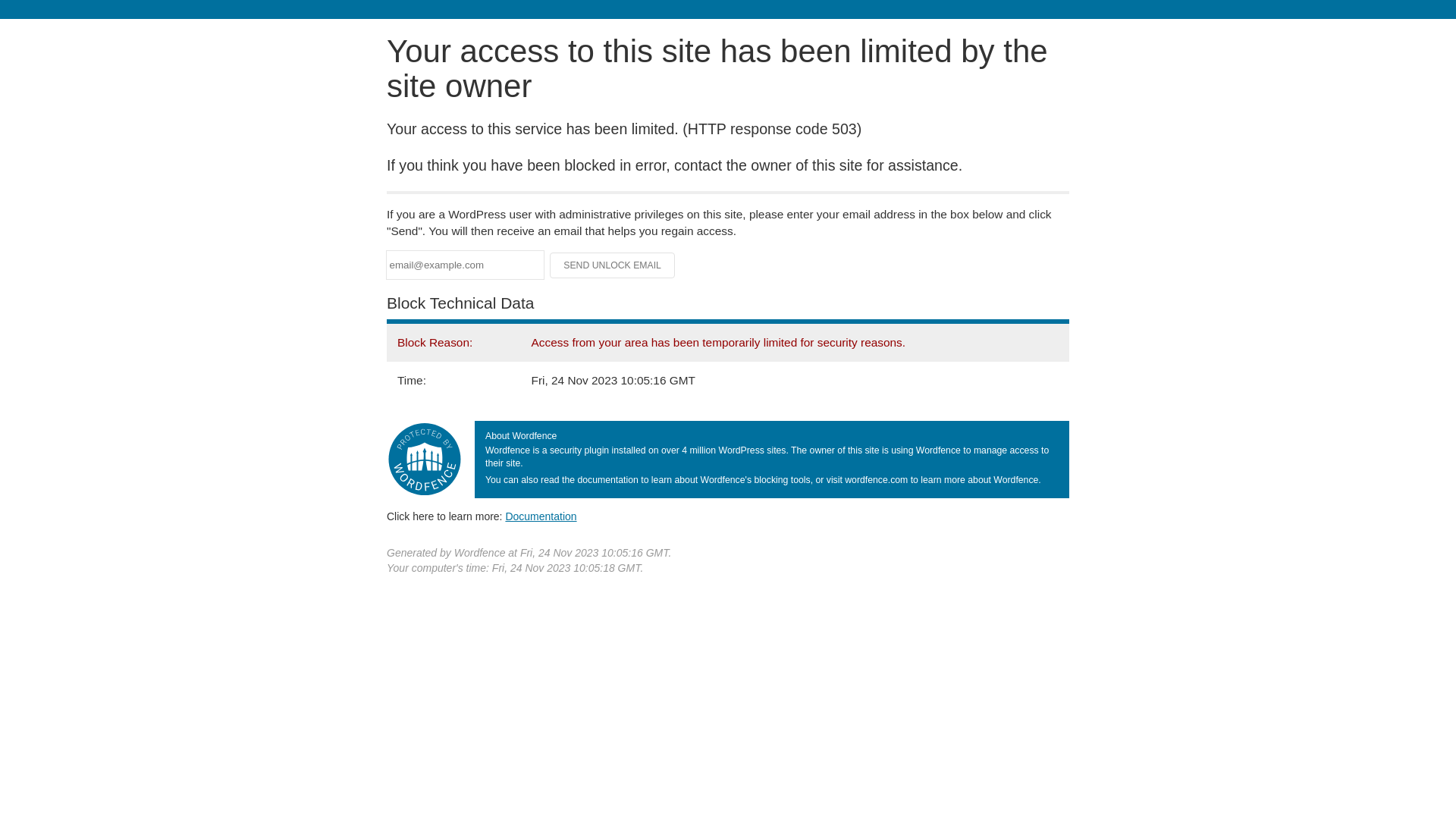  What do you see at coordinates (612, 265) in the screenshot?
I see `'Send Unlock Email'` at bounding box center [612, 265].